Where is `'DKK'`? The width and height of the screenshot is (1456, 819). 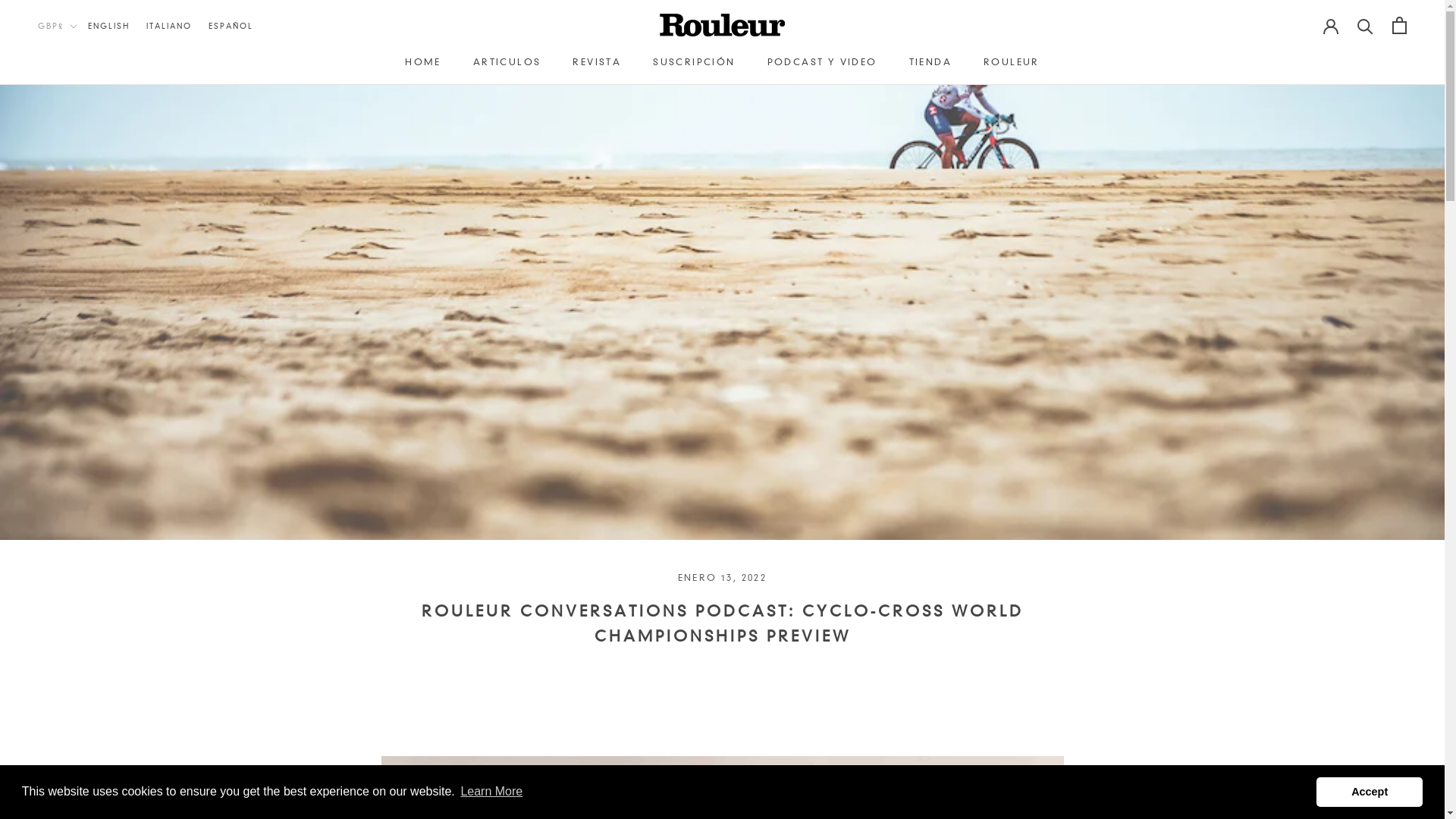
'DKK' is located at coordinates (85, 580).